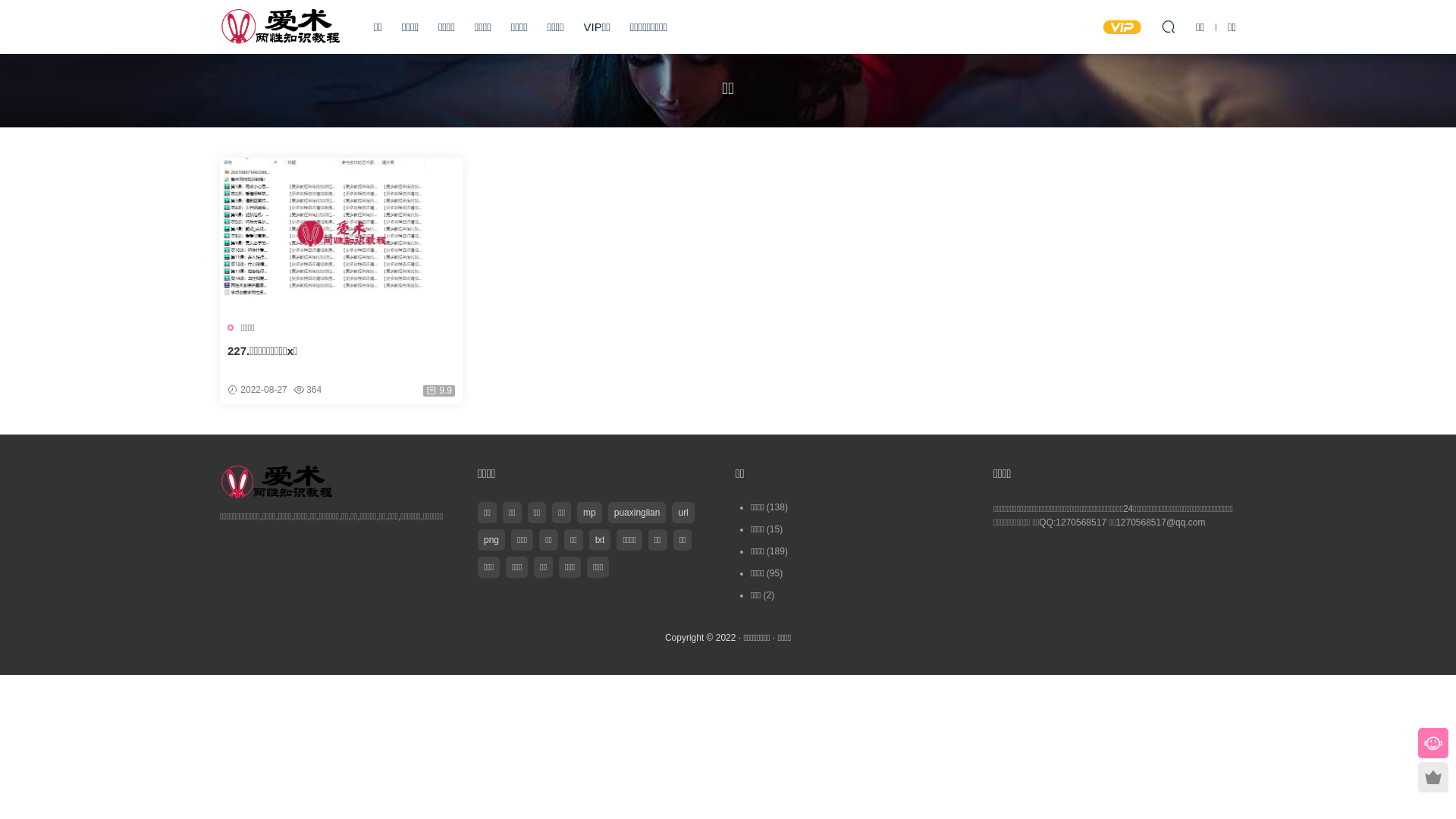 The image size is (1456, 819). Describe the element at coordinates (599, 539) in the screenshot. I see `'txt'` at that location.